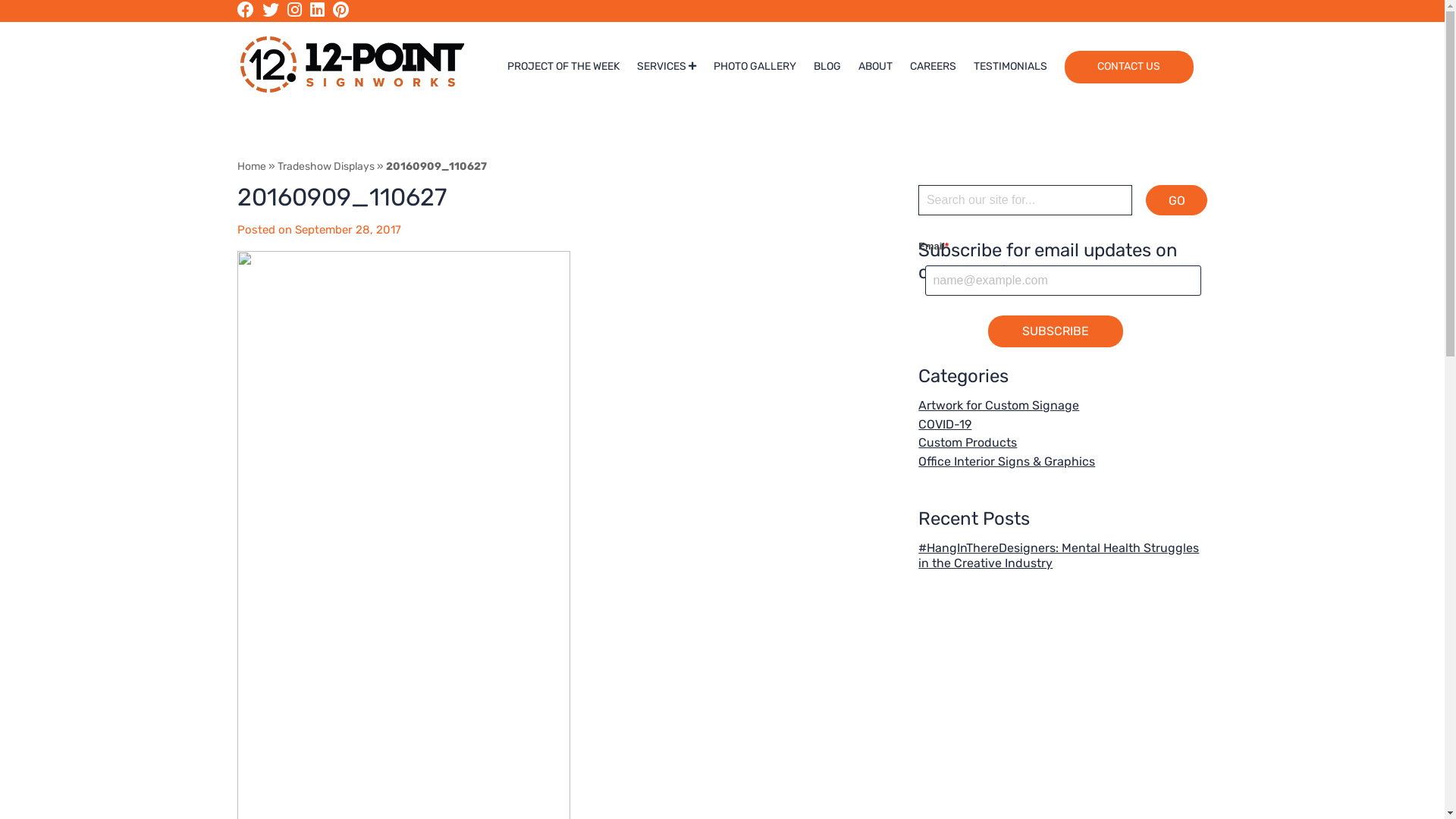  I want to click on 'Home', so click(251, 166).